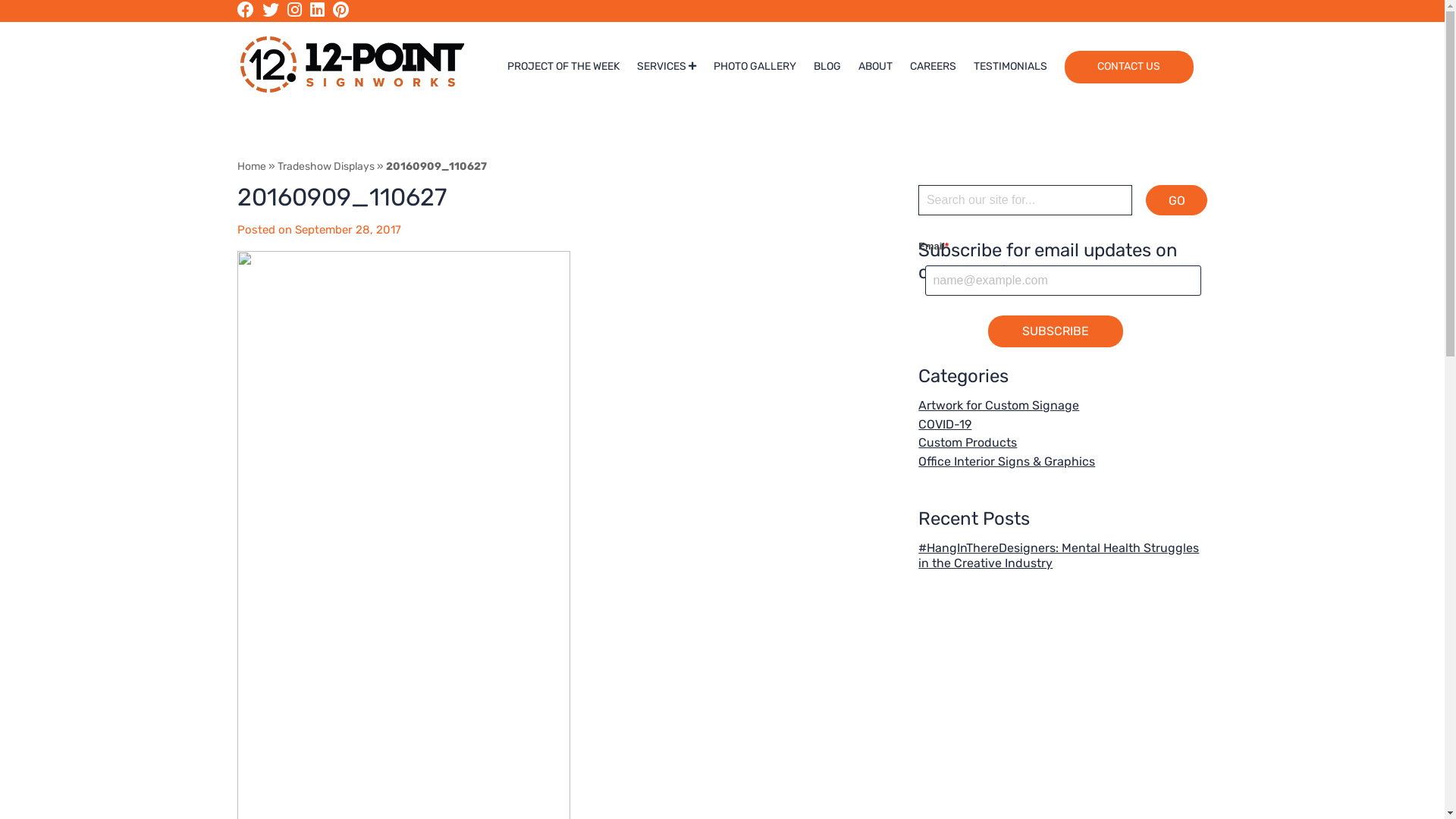  I want to click on 'Home', so click(251, 166).